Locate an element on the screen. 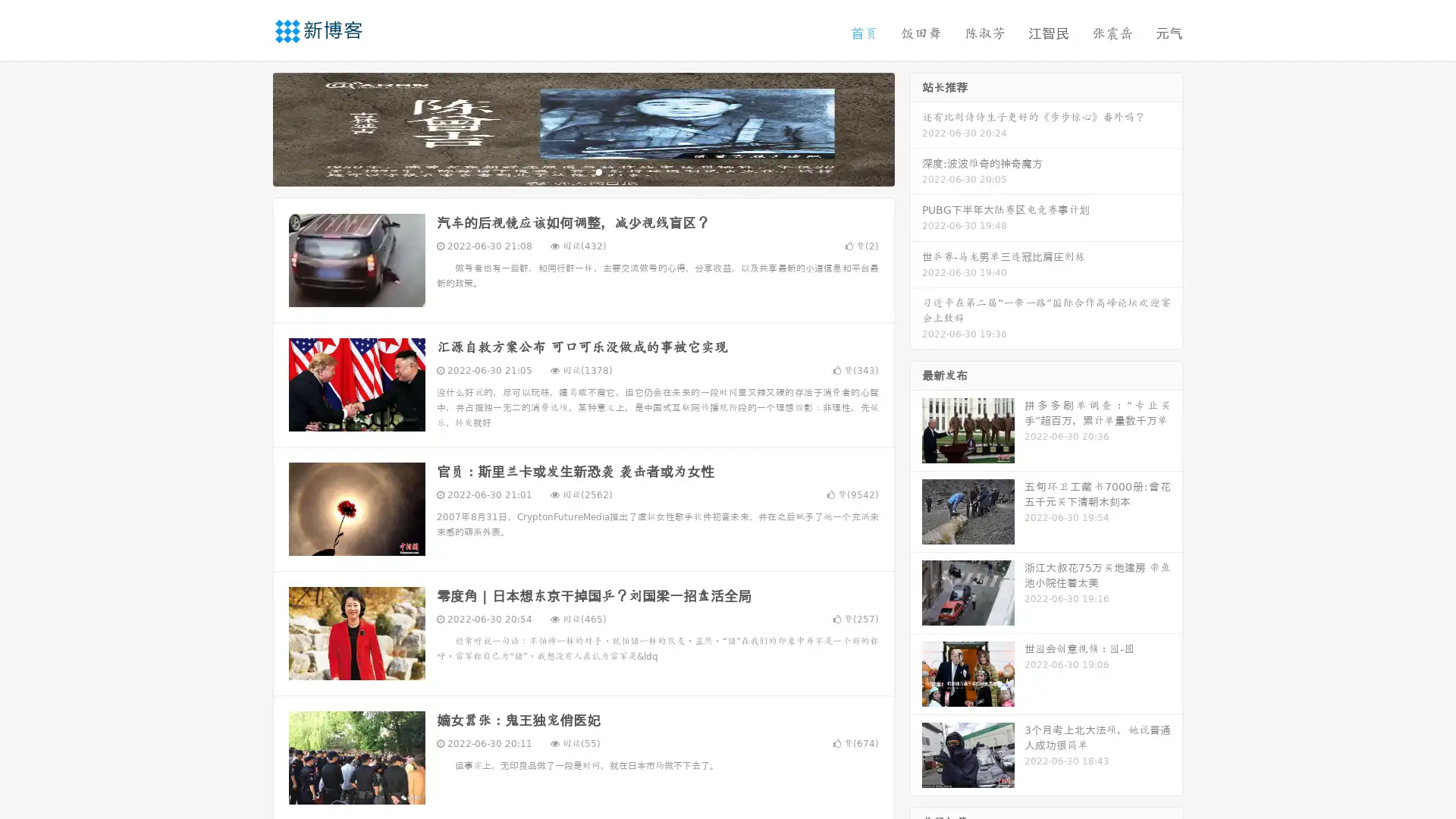 The image size is (1456, 819). Go to slide 2 is located at coordinates (582, 171).